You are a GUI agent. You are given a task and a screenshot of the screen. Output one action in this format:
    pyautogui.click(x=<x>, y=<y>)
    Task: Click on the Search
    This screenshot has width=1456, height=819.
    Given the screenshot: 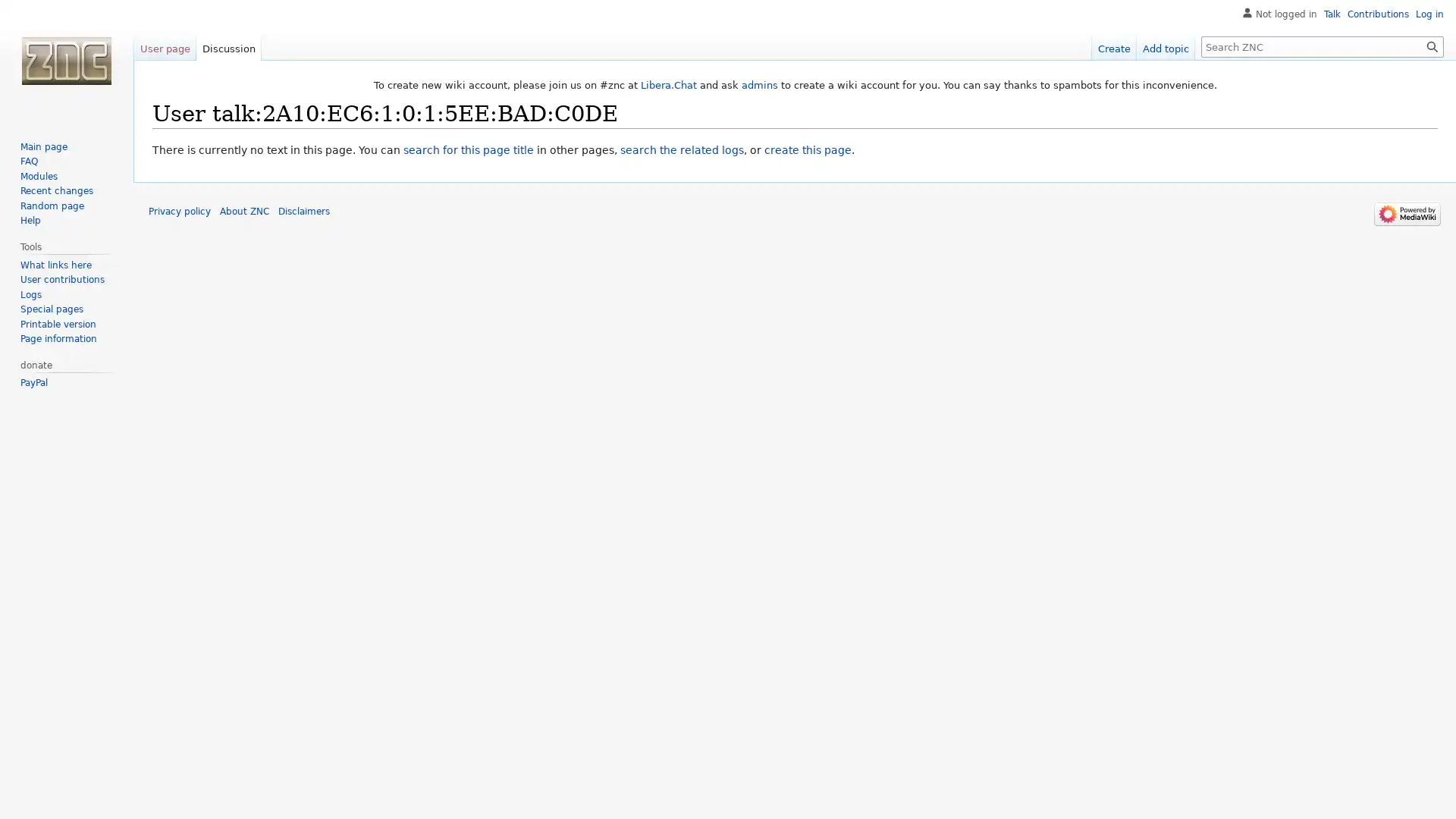 What is the action you would take?
    pyautogui.click(x=1432, y=45)
    